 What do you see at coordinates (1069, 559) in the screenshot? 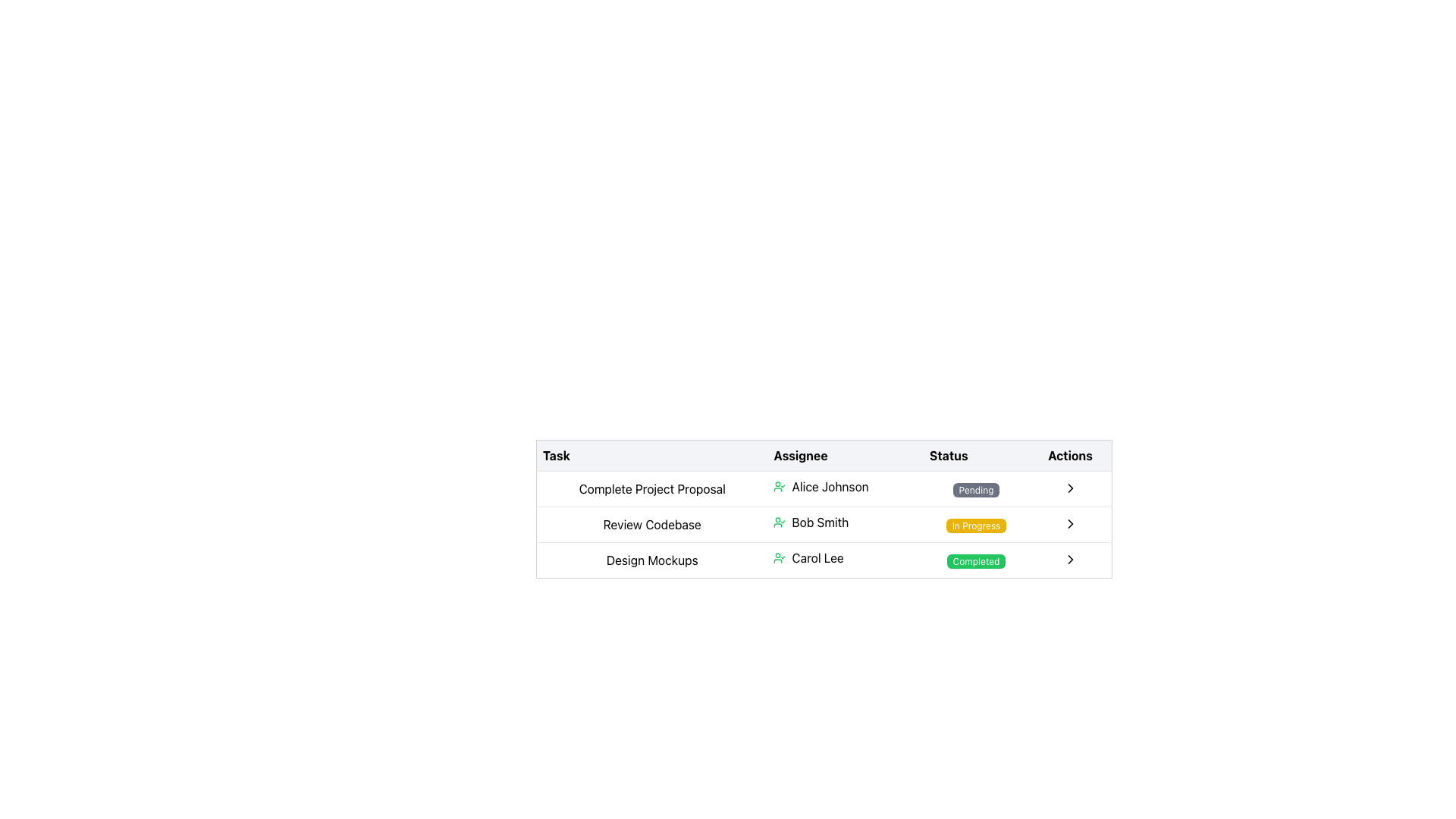
I see `the chevron icon button located in the last row of the table under the 'Actions' column` at bounding box center [1069, 559].